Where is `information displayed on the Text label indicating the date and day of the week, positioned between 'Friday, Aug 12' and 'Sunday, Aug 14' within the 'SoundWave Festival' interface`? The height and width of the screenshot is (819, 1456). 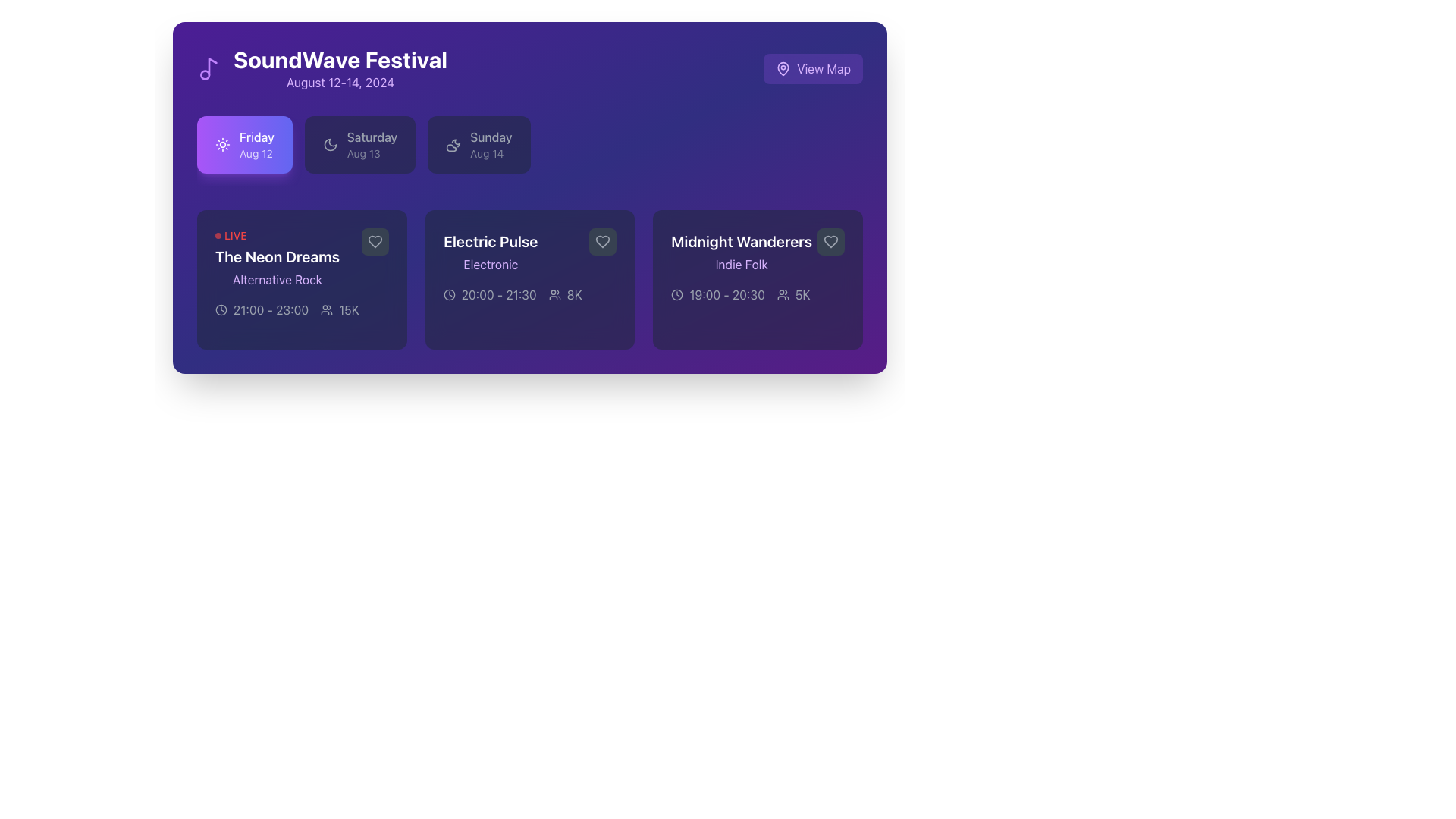 information displayed on the Text label indicating the date and day of the week, positioned between 'Friday, Aug 12' and 'Sunday, Aug 14' within the 'SoundWave Festival' interface is located at coordinates (372, 145).